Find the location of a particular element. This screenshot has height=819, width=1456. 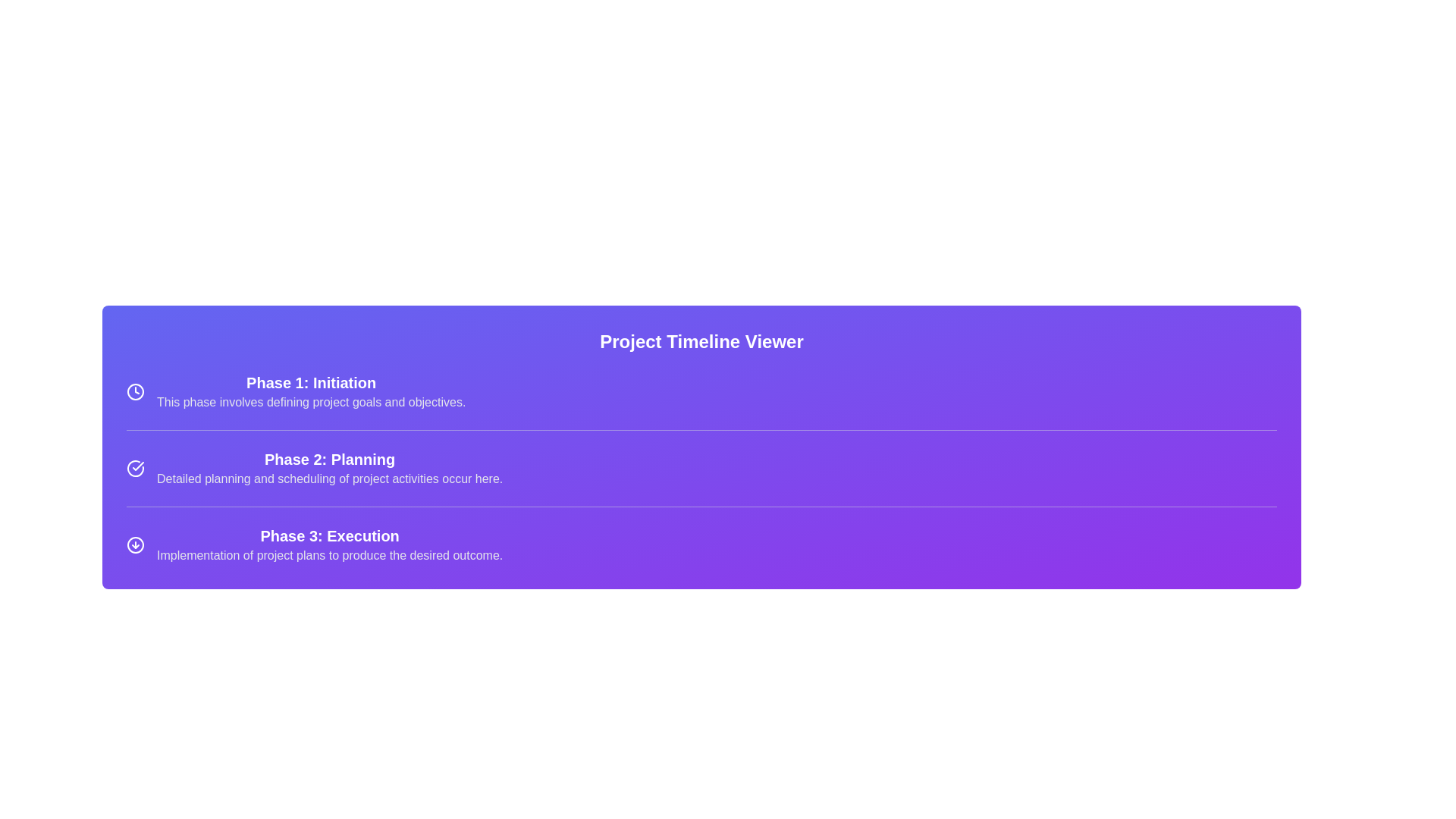

the checkmark-shaped icon indicating completion, located next to the text 'Phase 2: Planning' in the second row of the timeline viewer is located at coordinates (138, 465).